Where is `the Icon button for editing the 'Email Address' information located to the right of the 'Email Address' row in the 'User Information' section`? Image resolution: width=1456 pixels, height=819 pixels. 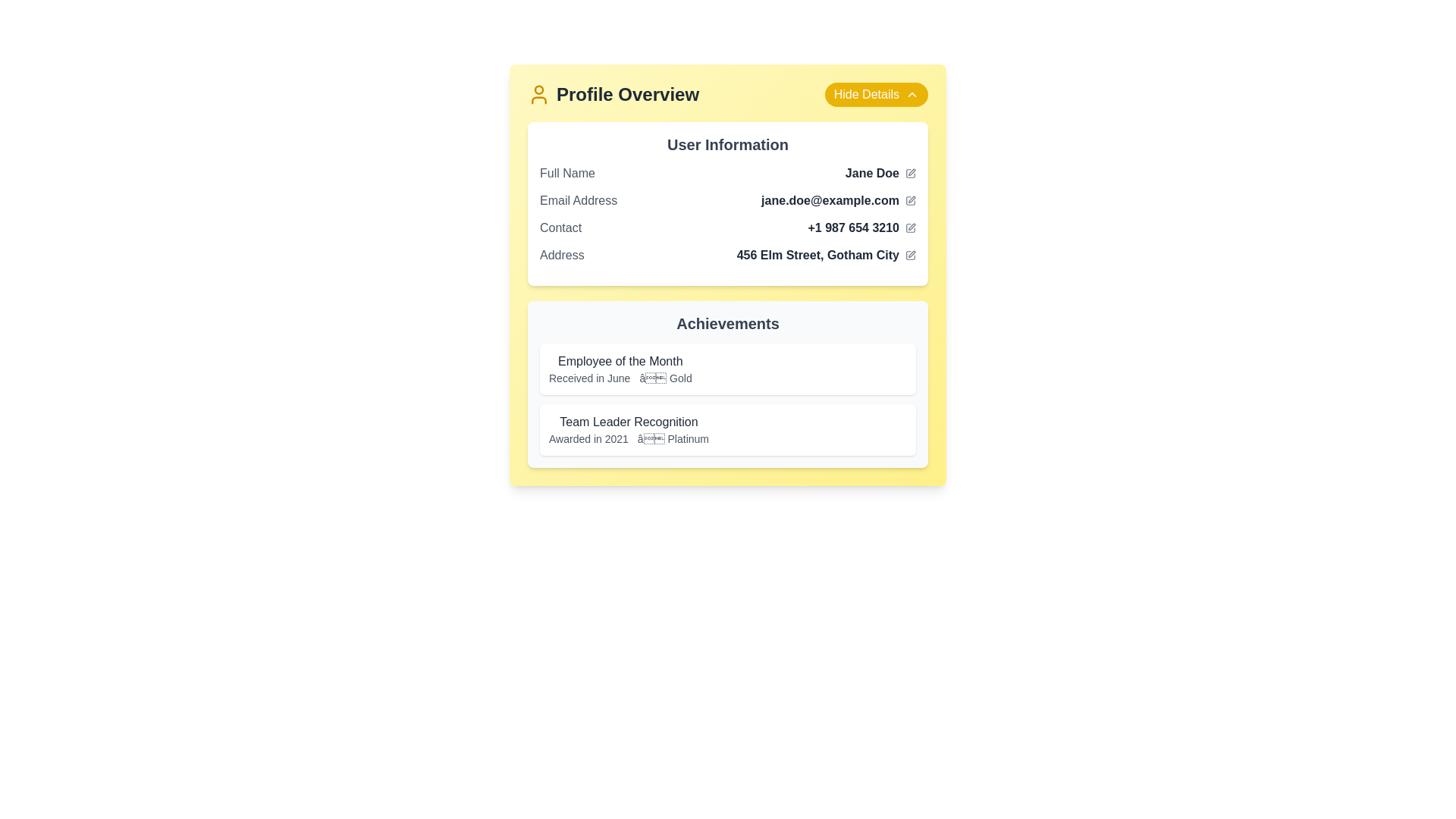 the Icon button for editing the 'Email Address' information located to the right of the 'Email Address' row in the 'User Information' section is located at coordinates (910, 200).